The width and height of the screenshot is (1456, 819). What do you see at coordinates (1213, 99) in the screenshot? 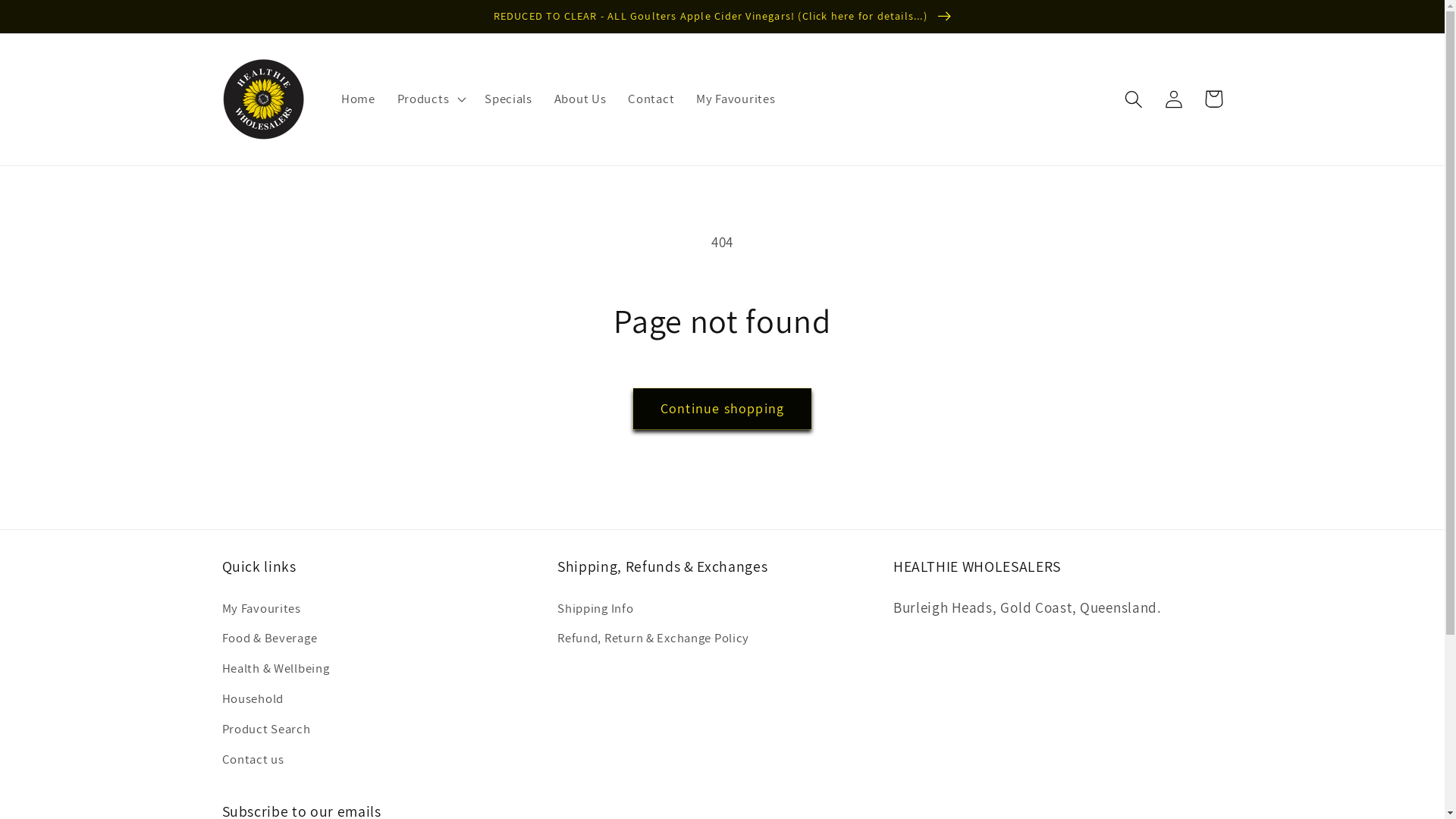
I see `'Cart'` at bounding box center [1213, 99].